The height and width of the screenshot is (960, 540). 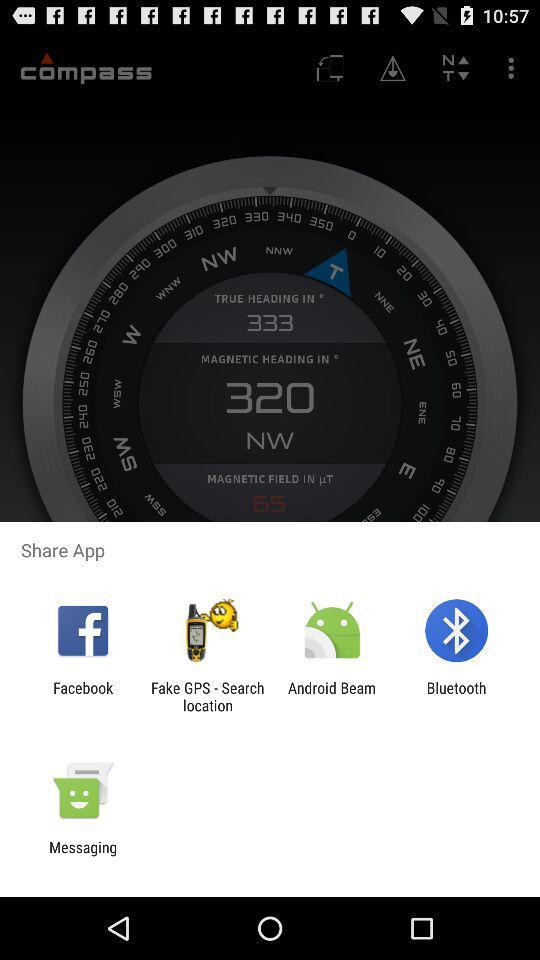 What do you see at coordinates (206, 696) in the screenshot?
I see `item next to the facebook icon` at bounding box center [206, 696].